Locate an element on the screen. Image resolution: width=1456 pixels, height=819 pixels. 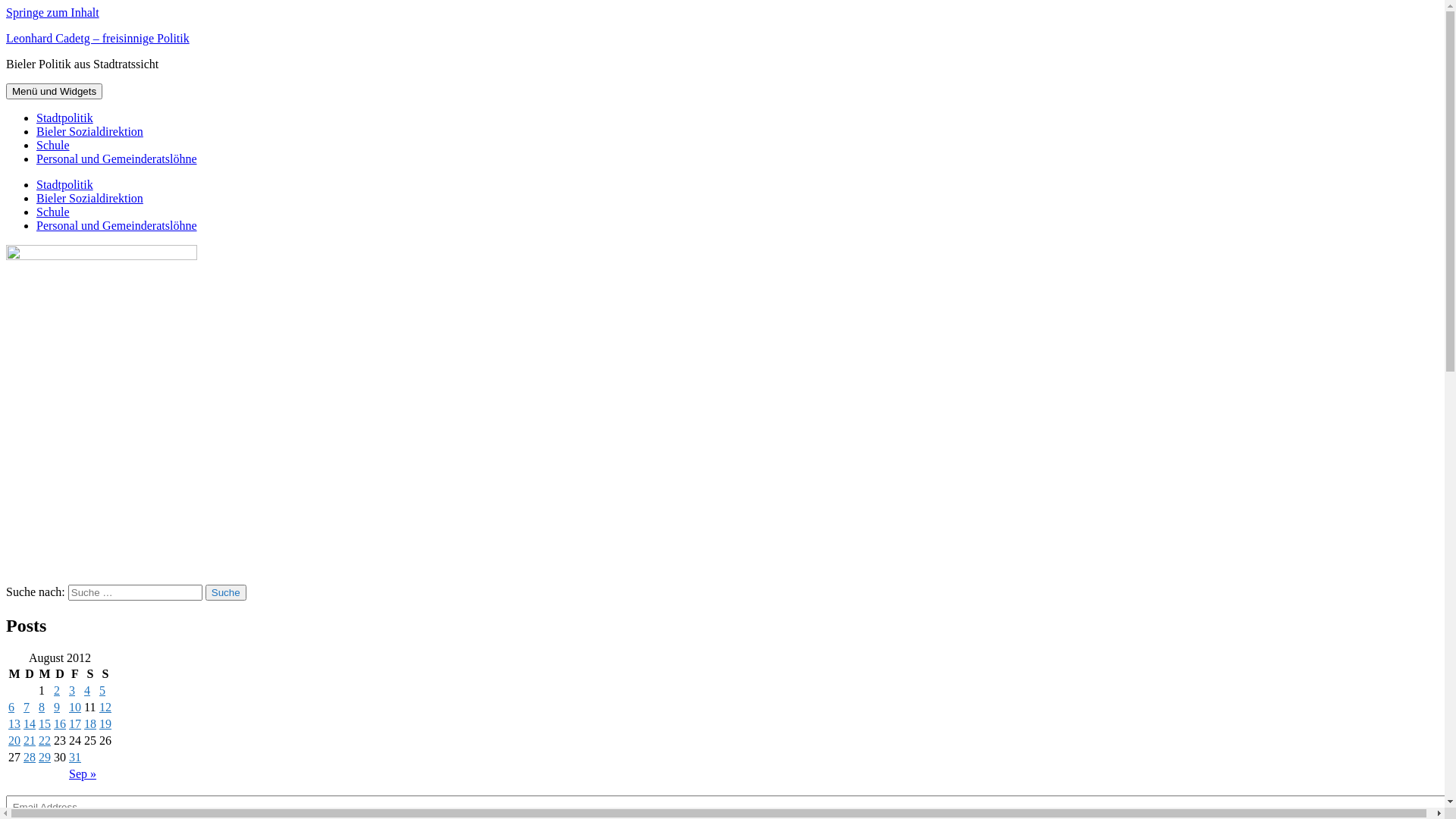
'7' is located at coordinates (26, 707).